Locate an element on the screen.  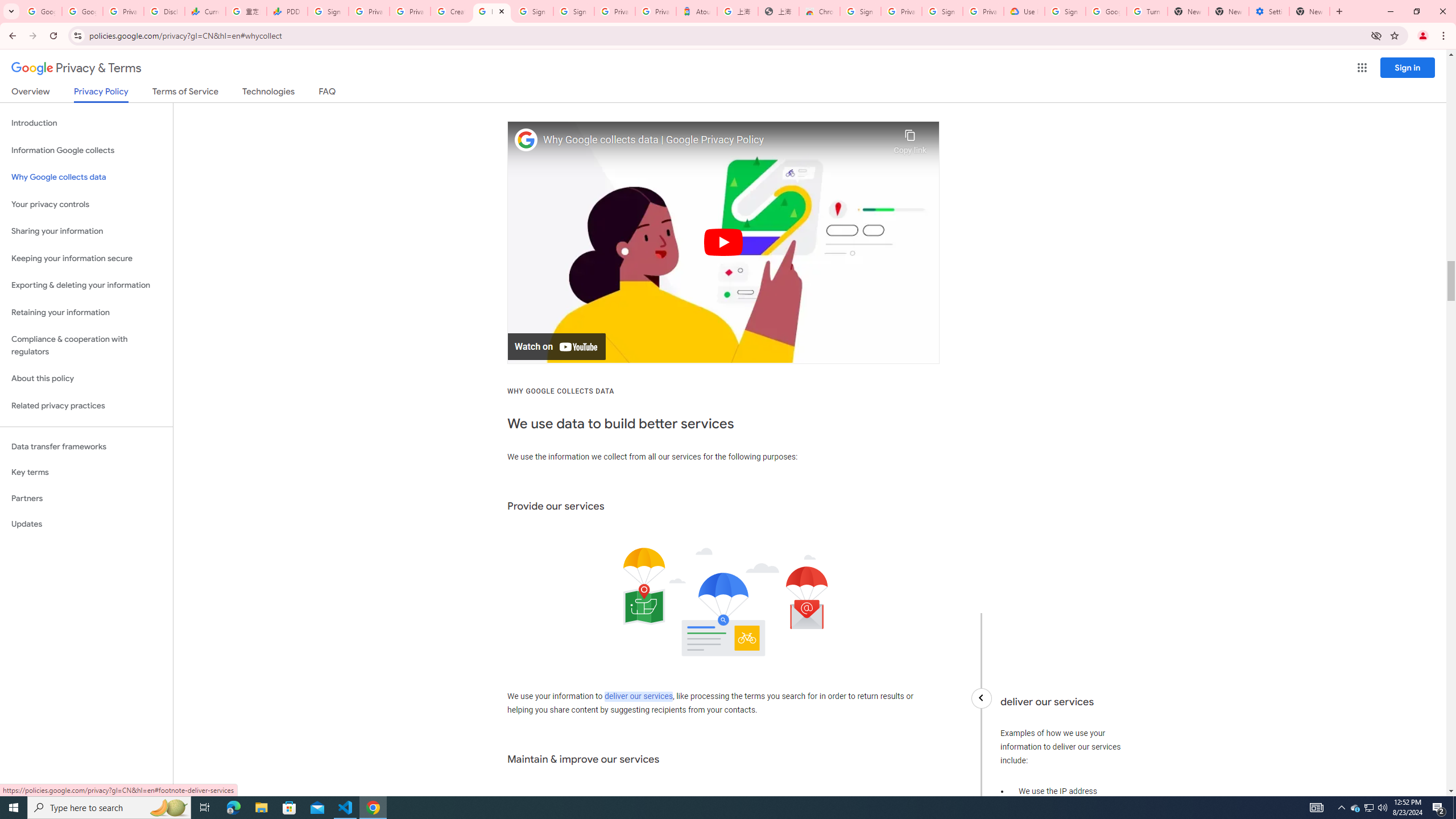
'Related privacy practices' is located at coordinates (86, 405).